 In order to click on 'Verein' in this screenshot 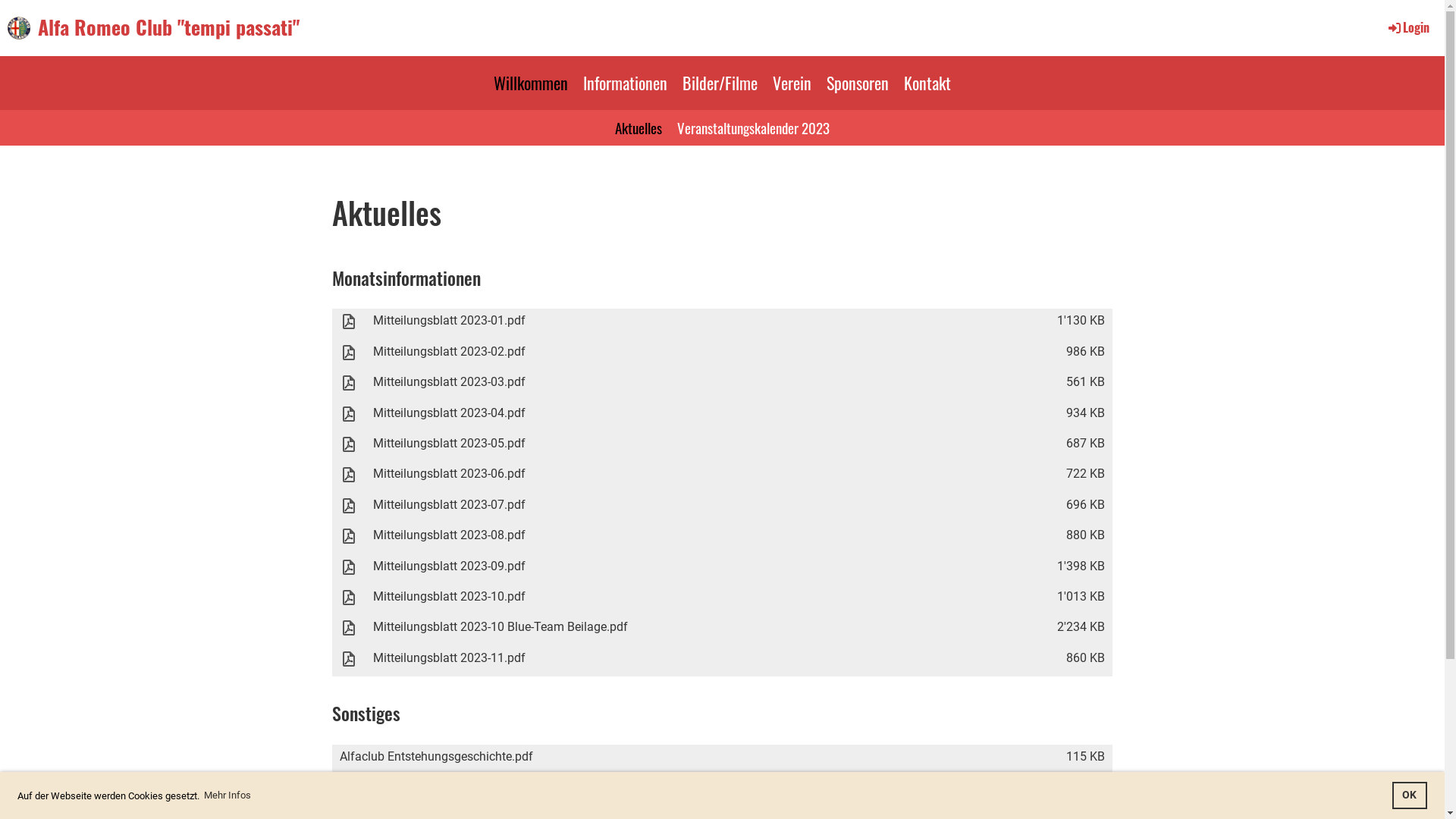, I will do `click(791, 83)`.